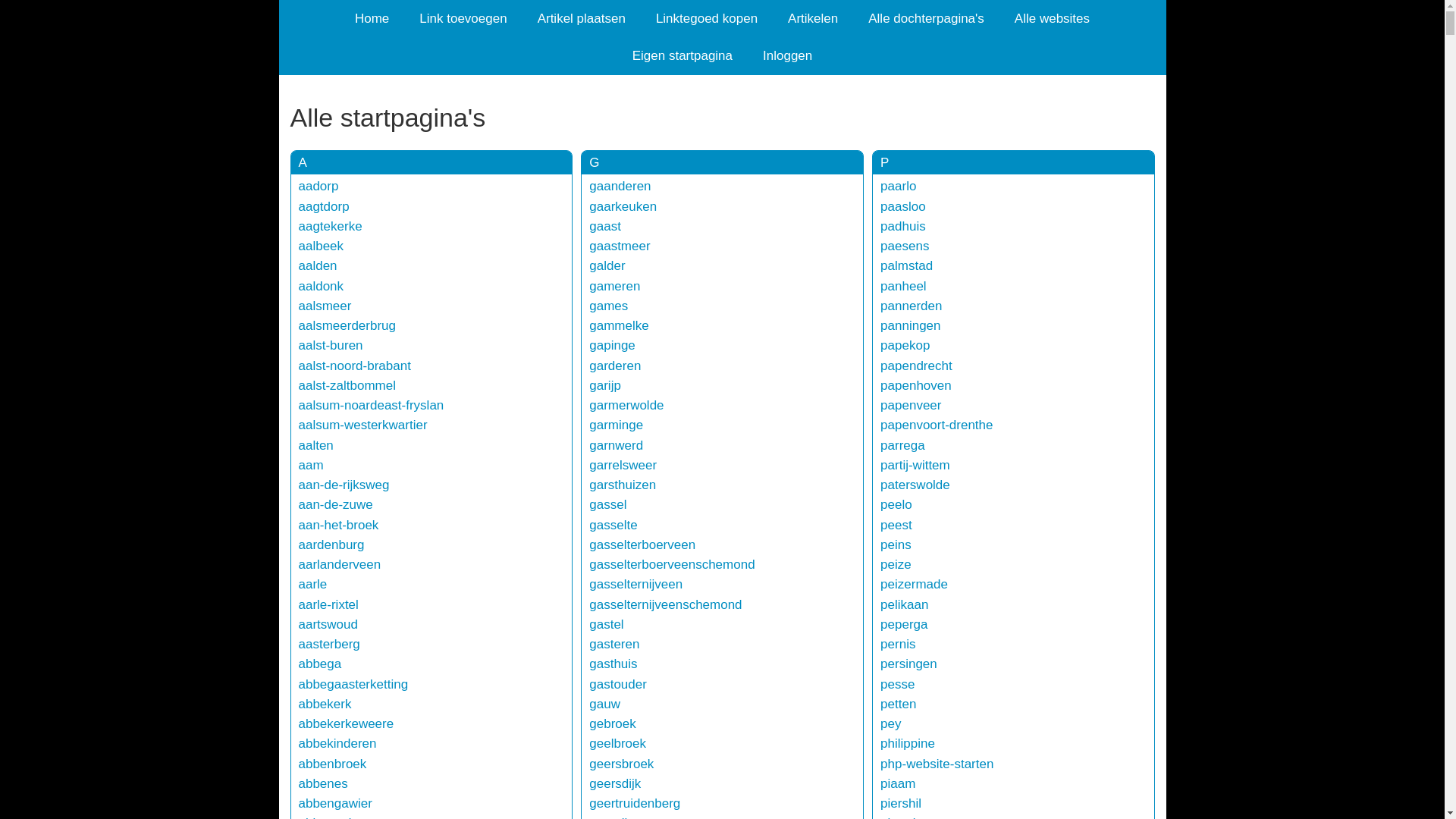  I want to click on 'pannerden', so click(910, 306).